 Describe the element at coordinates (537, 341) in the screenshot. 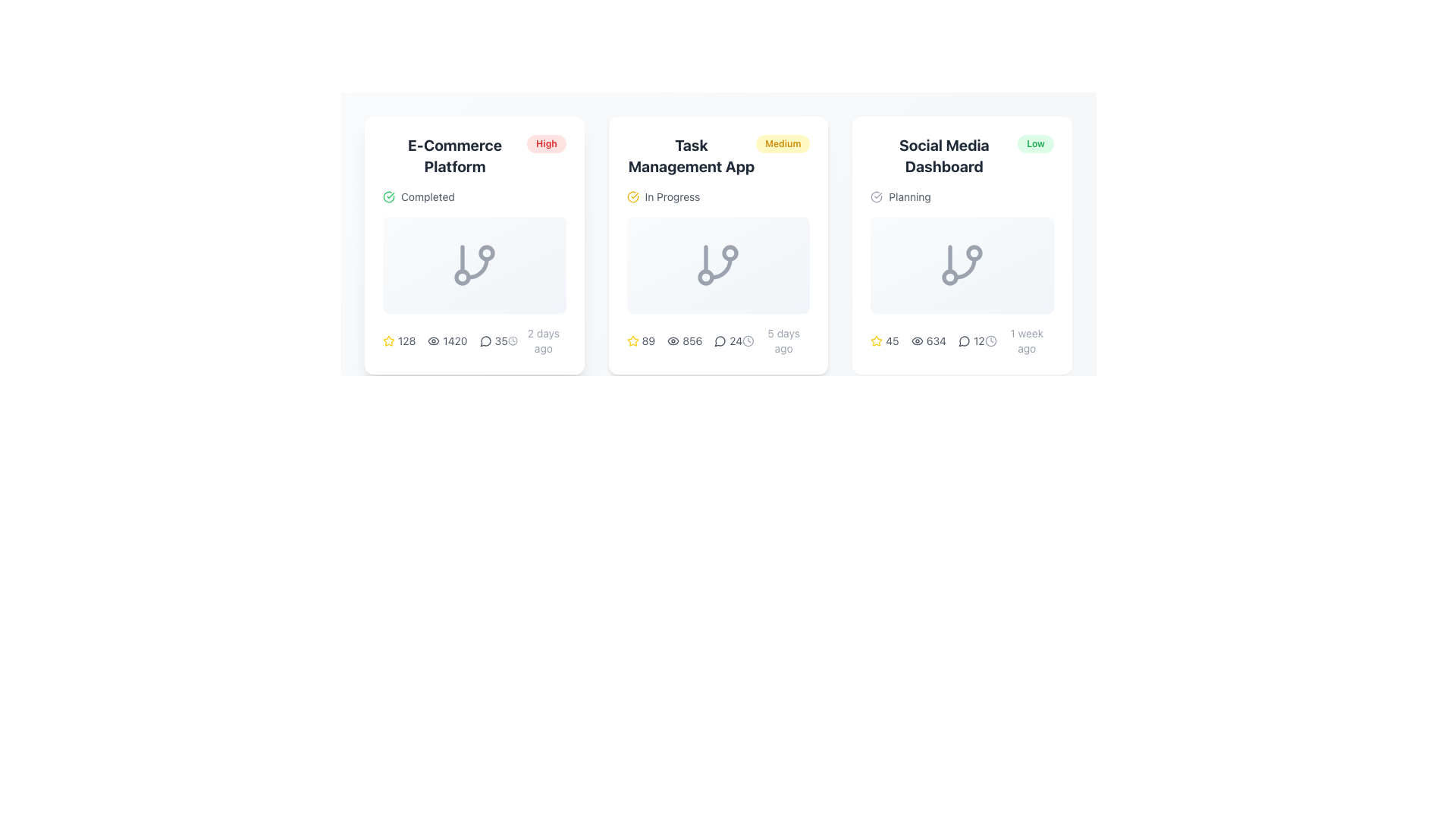

I see `the static informational text element displaying the time since the last activity, located in the bottom-right corner of the 'E-Commerce Platform' card` at that location.